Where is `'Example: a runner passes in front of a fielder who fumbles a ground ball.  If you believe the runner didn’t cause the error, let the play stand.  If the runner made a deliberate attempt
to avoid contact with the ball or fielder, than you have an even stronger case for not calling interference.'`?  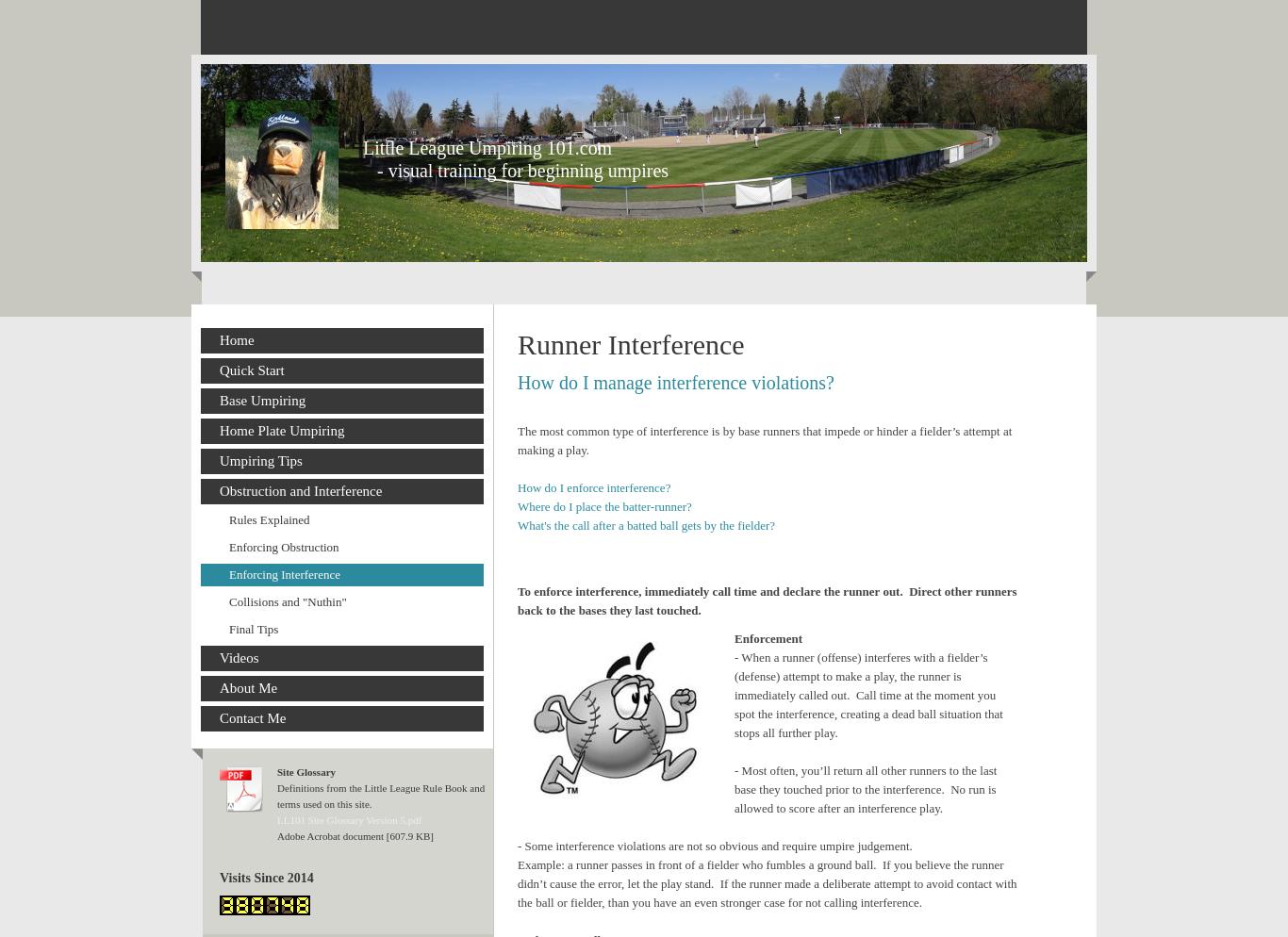 'Example: a runner passes in front of a fielder who fumbles a ground ball.  If you believe the runner didn’t cause the error, let the play stand.  If the runner made a deliberate attempt
to avoid contact with the ball or fielder, than you have an even stronger case for not calling interference.' is located at coordinates (766, 883).